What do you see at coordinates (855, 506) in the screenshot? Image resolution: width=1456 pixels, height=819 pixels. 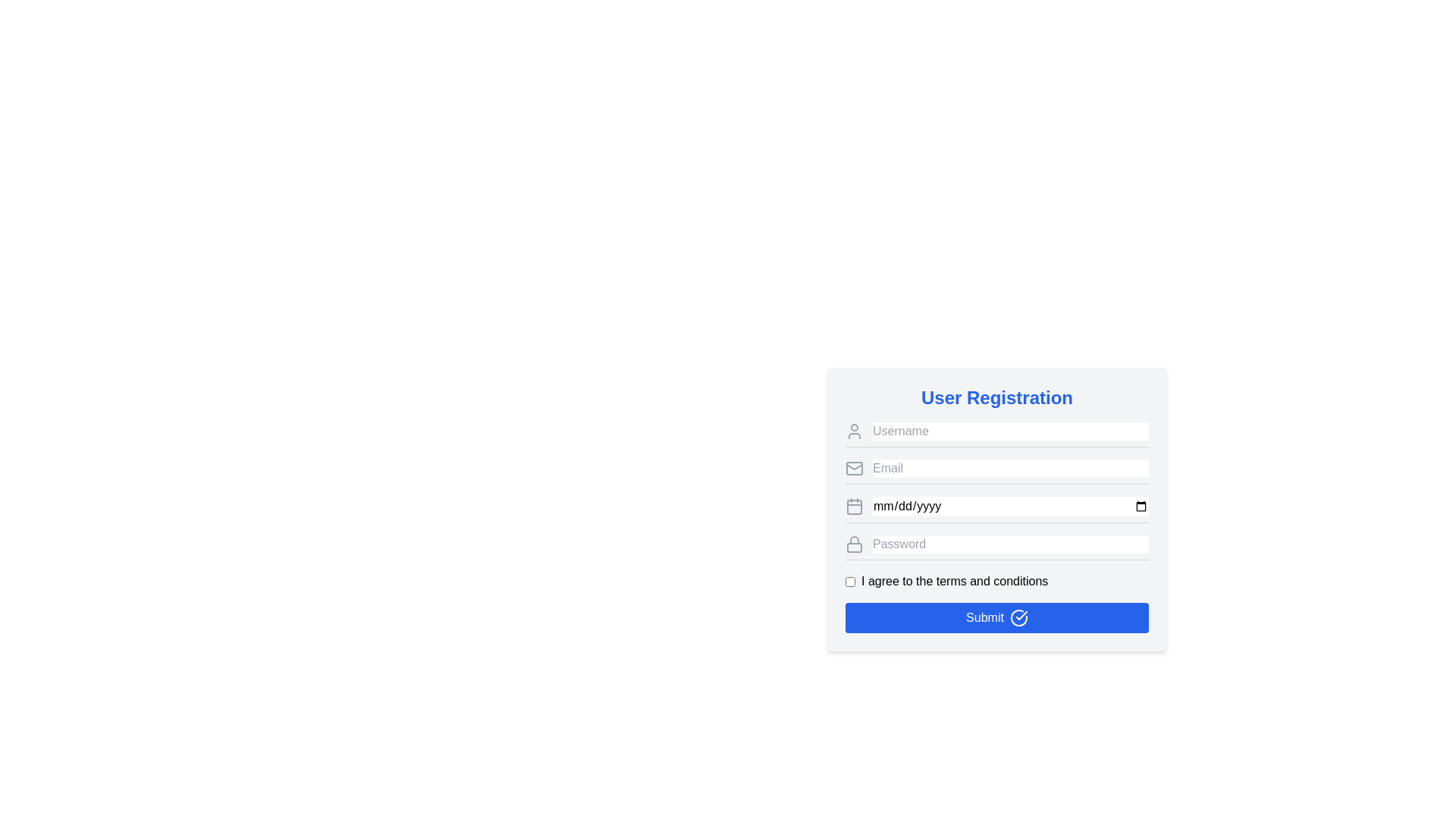 I see `the calendar SVG icon located to the left of the date input field with the placeholder 'mm/dd/yyyy' in the registration form` at bounding box center [855, 506].